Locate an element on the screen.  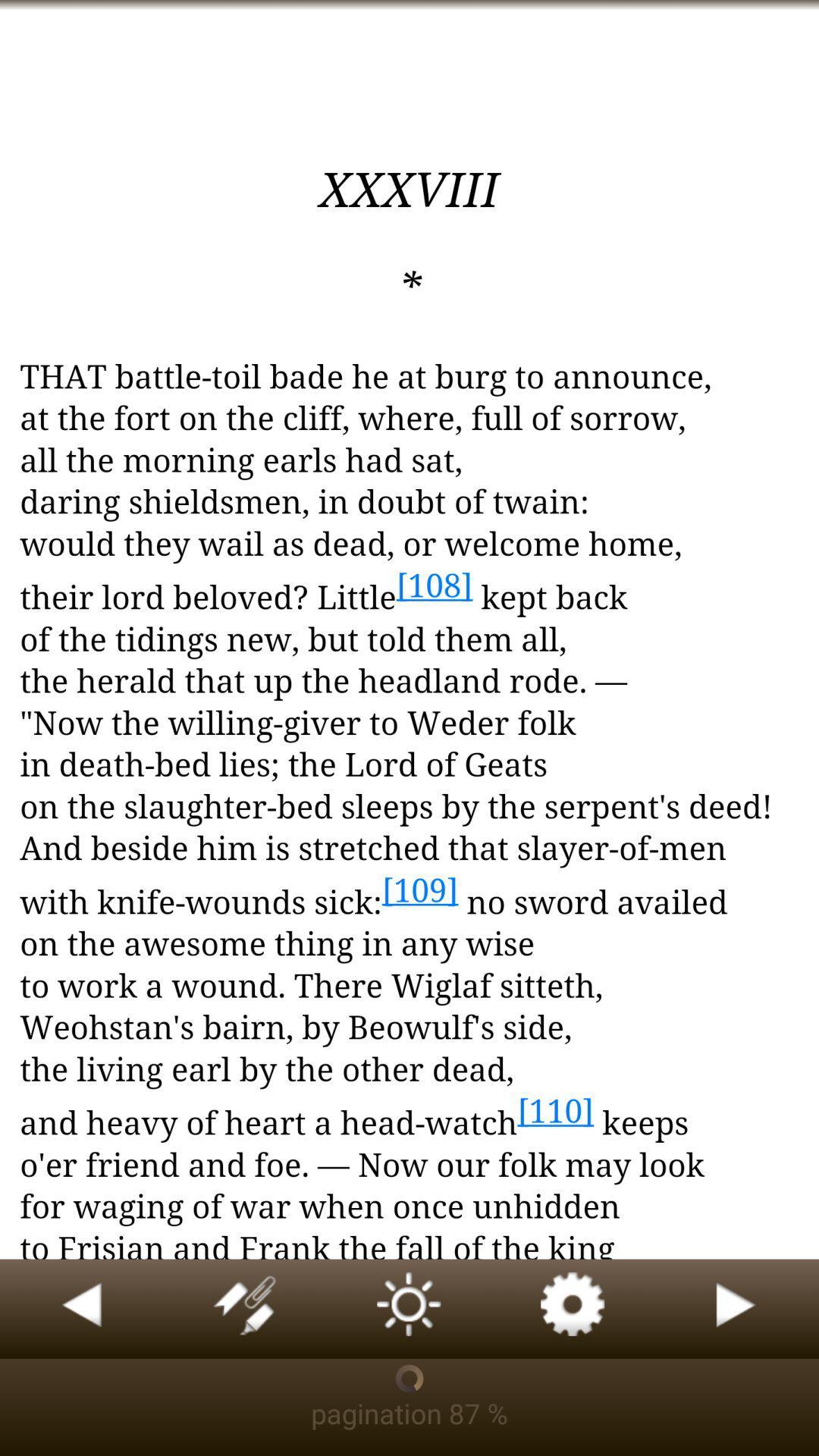
brightness option is located at coordinates (409, 1308).